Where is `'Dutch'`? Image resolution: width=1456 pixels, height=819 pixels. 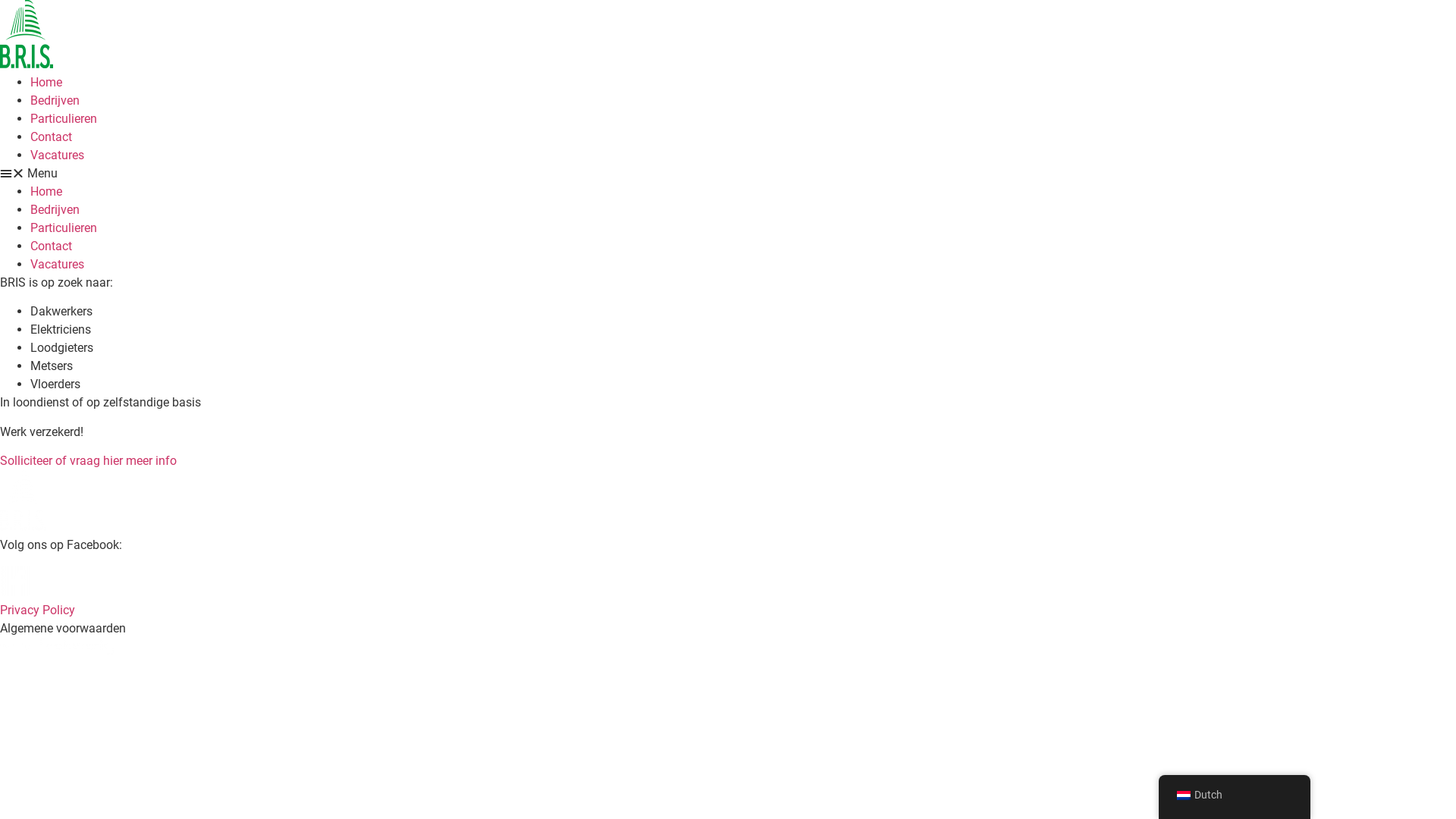
'Dutch' is located at coordinates (1182, 795).